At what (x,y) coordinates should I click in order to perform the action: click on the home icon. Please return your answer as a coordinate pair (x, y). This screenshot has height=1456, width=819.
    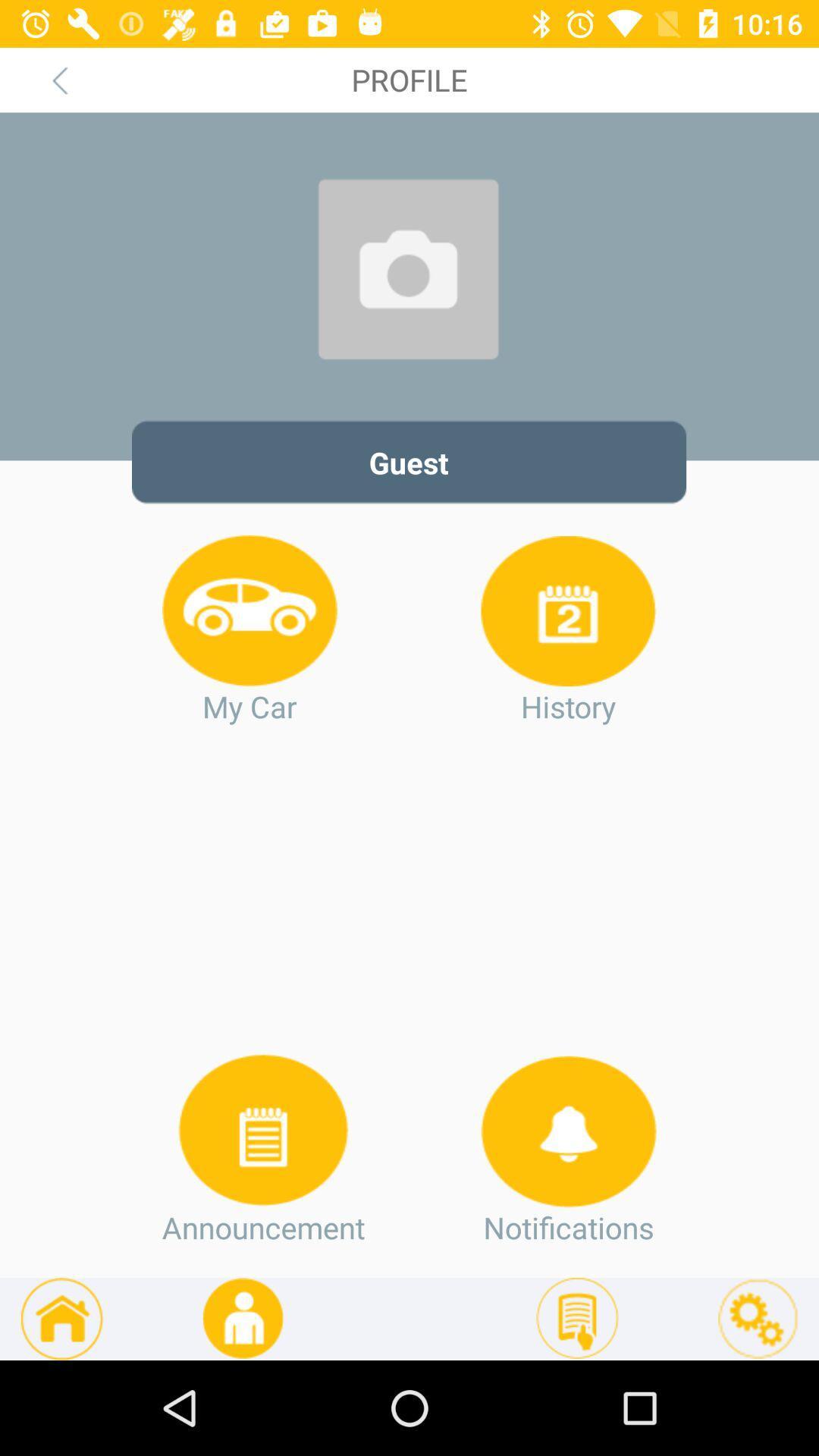
    Looking at the image, I should click on (61, 1318).